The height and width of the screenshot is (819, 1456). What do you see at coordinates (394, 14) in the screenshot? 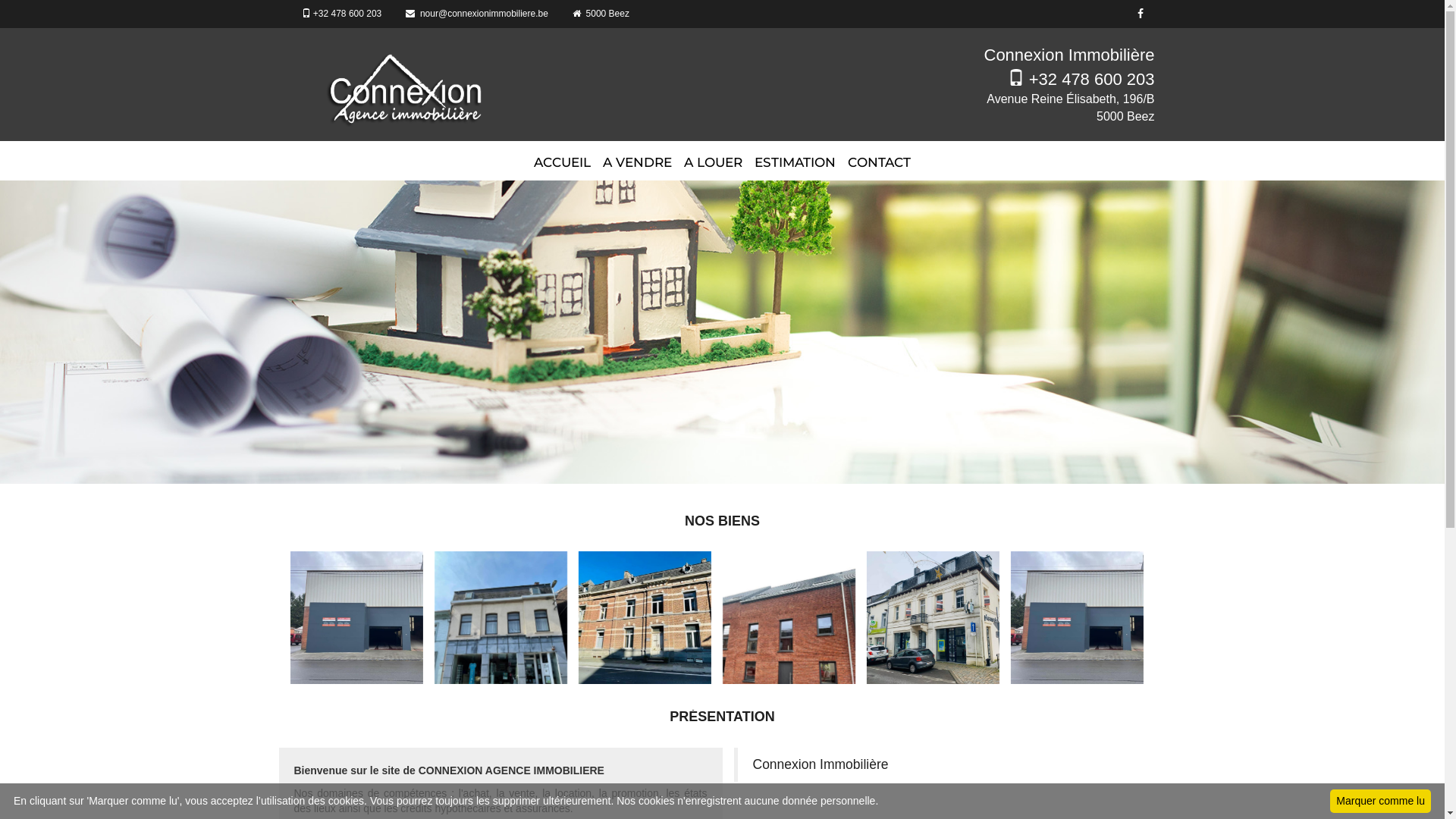
I see `' nour@connexionimmobiliere.be'` at bounding box center [394, 14].